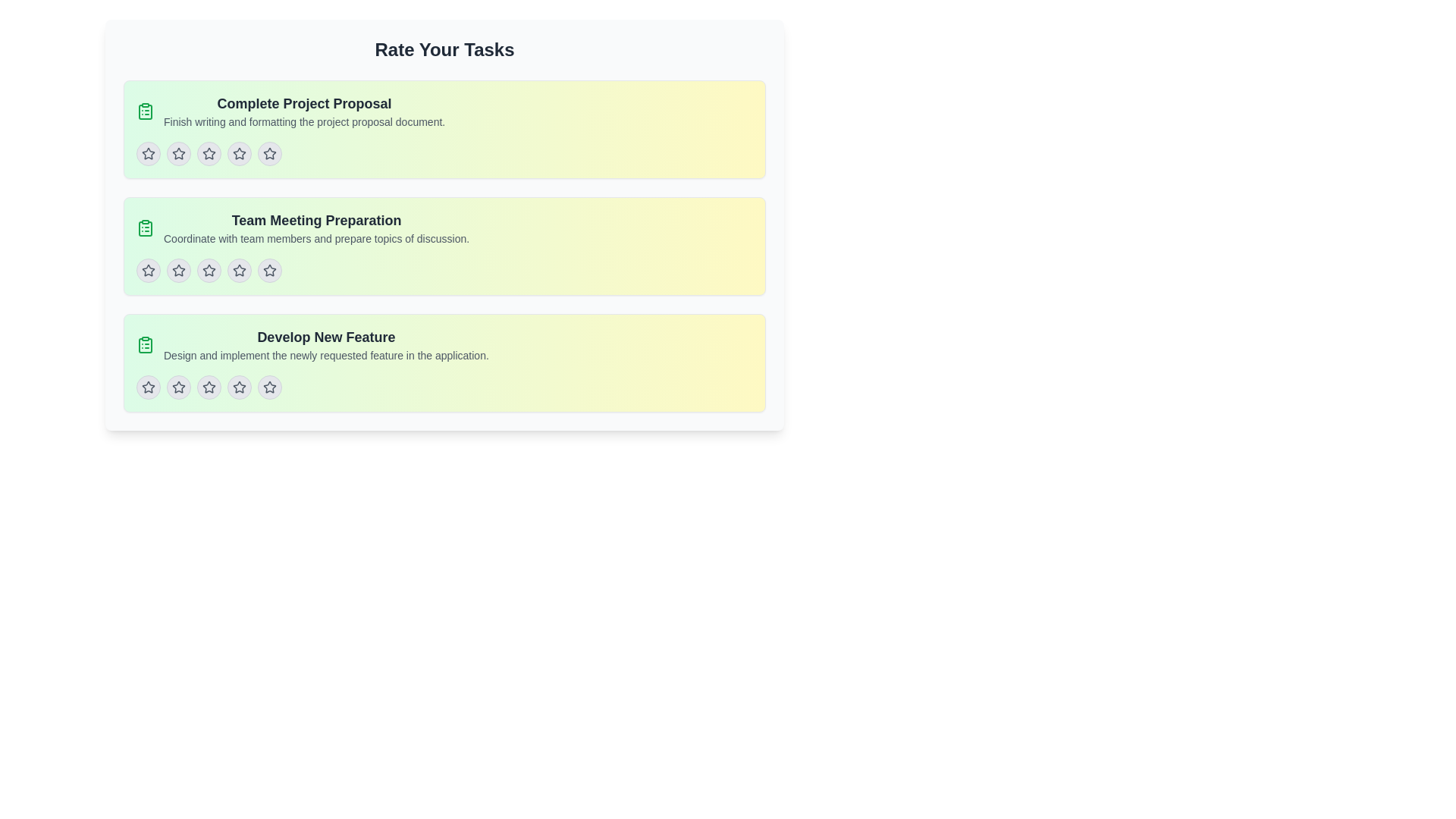  Describe the element at coordinates (269, 269) in the screenshot. I see `the fifth star icon in the 5-star rating group under 'Team Meeting Preparation'` at that location.